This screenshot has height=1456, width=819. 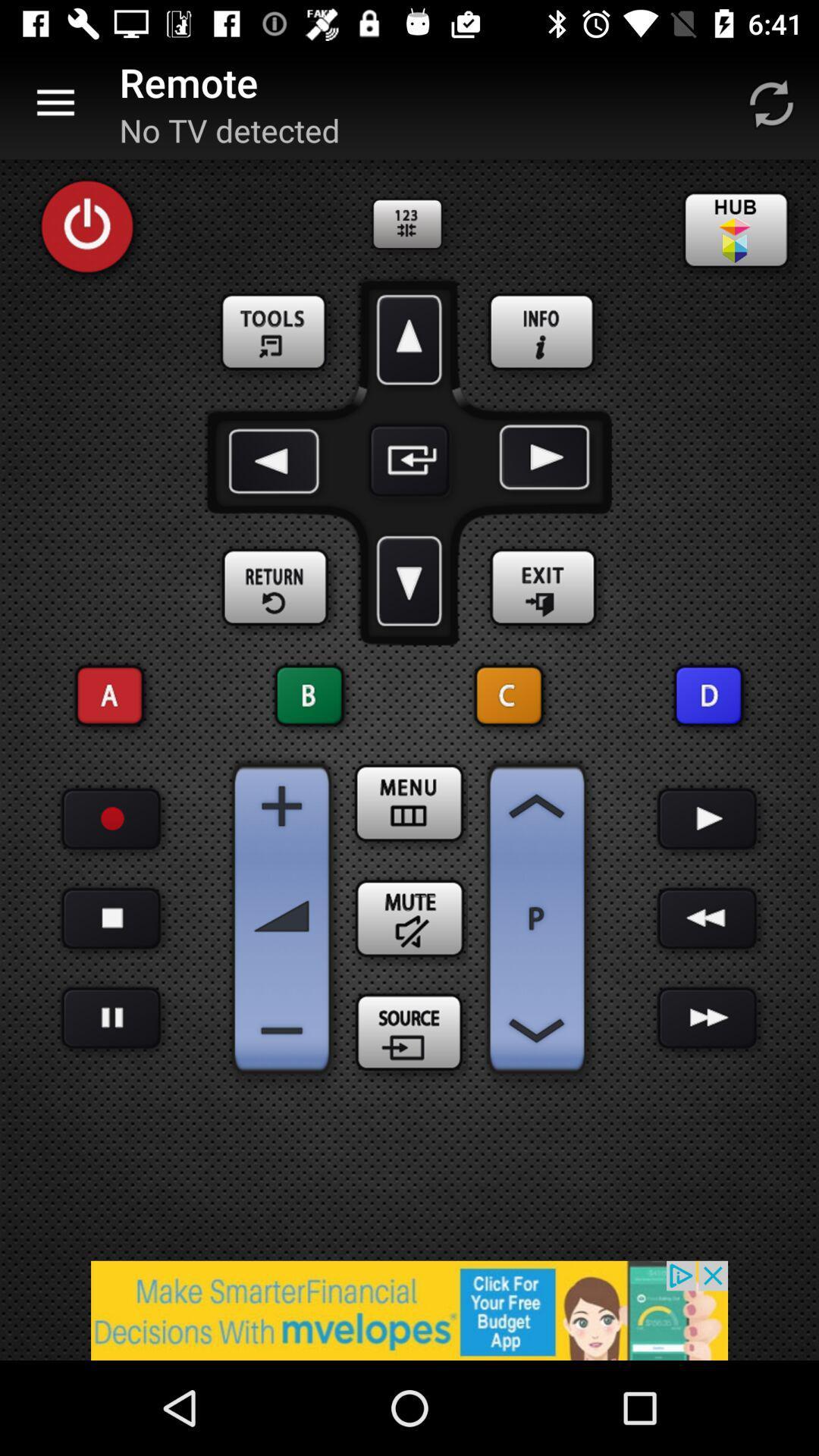 What do you see at coordinates (277, 460) in the screenshot?
I see `left` at bounding box center [277, 460].